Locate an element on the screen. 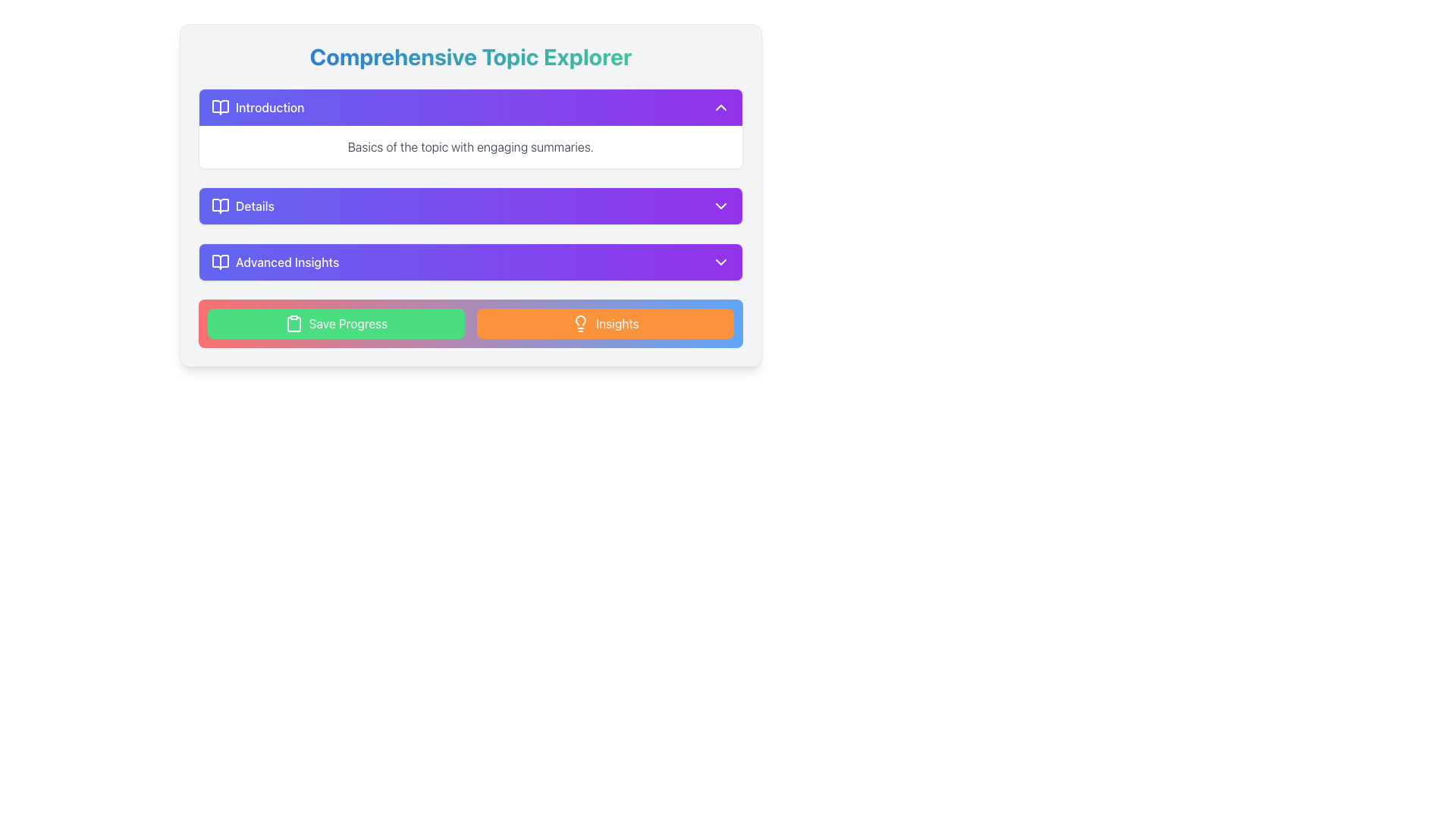  the button labeled 'Insights' which contains the lightbulb icon on its left side, located in the bottom right corner of the interface is located at coordinates (580, 323).